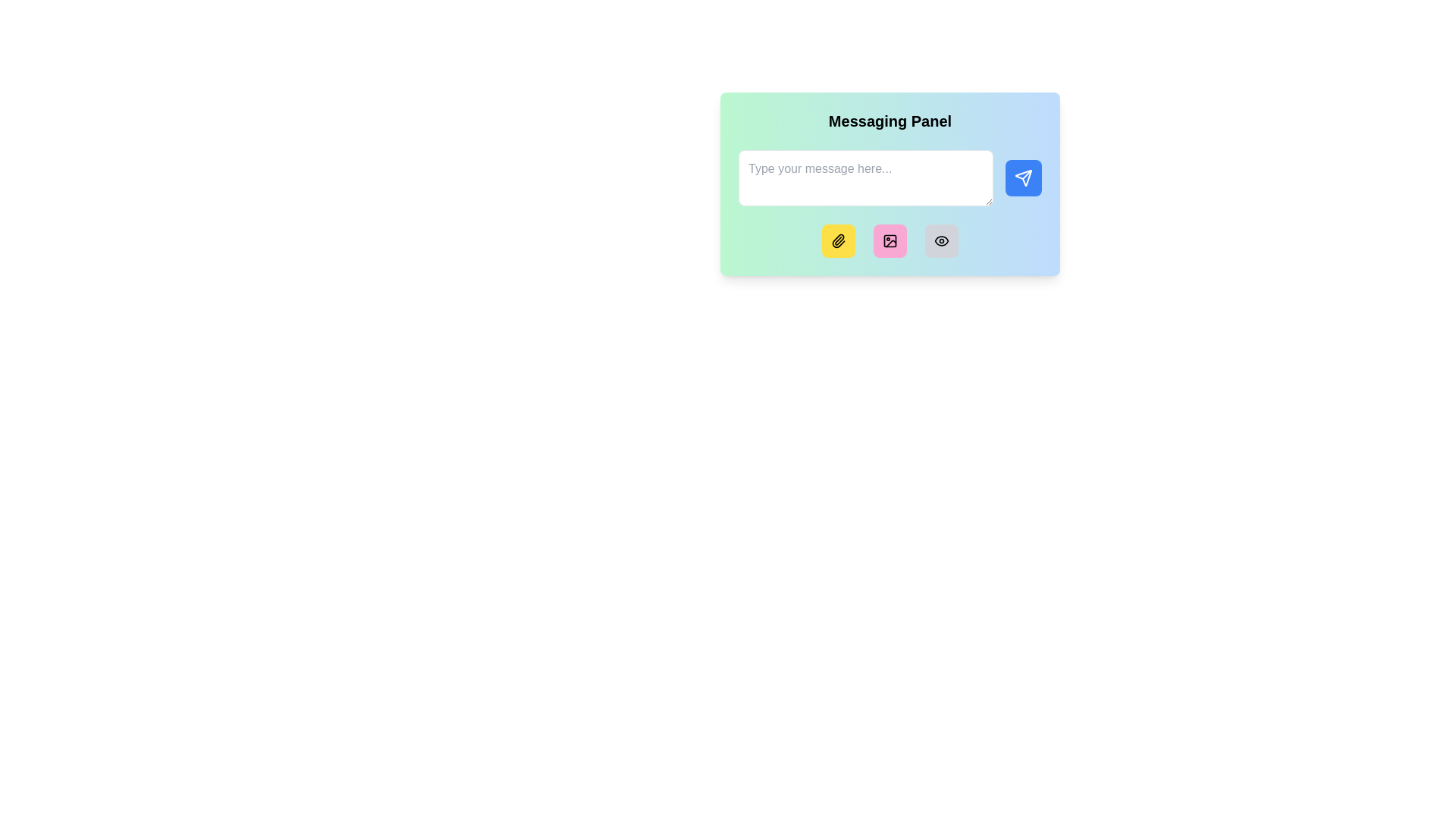 The image size is (1456, 819). What do you see at coordinates (837, 240) in the screenshot?
I see `the left-most icon in the row of action icons below the message input field to attach items or documents` at bounding box center [837, 240].